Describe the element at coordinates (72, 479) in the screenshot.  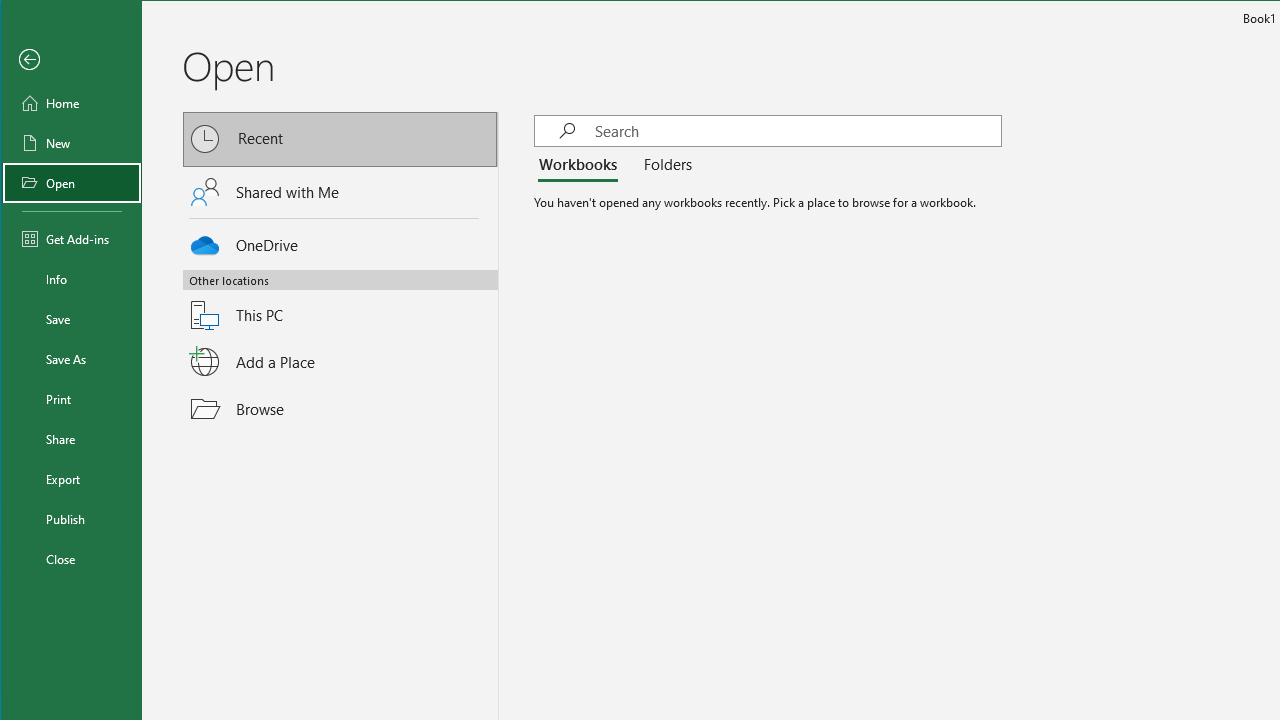
I see `'Export'` at that location.